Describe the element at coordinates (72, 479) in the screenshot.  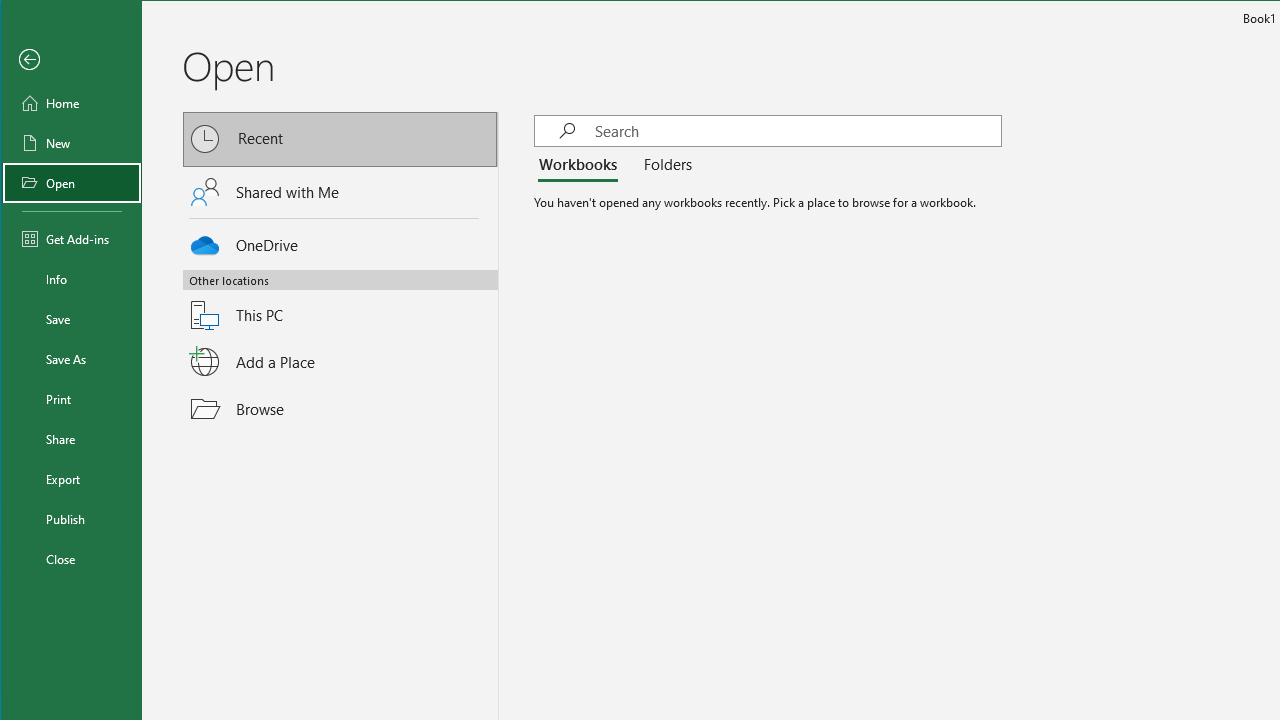
I see `'Export'` at that location.